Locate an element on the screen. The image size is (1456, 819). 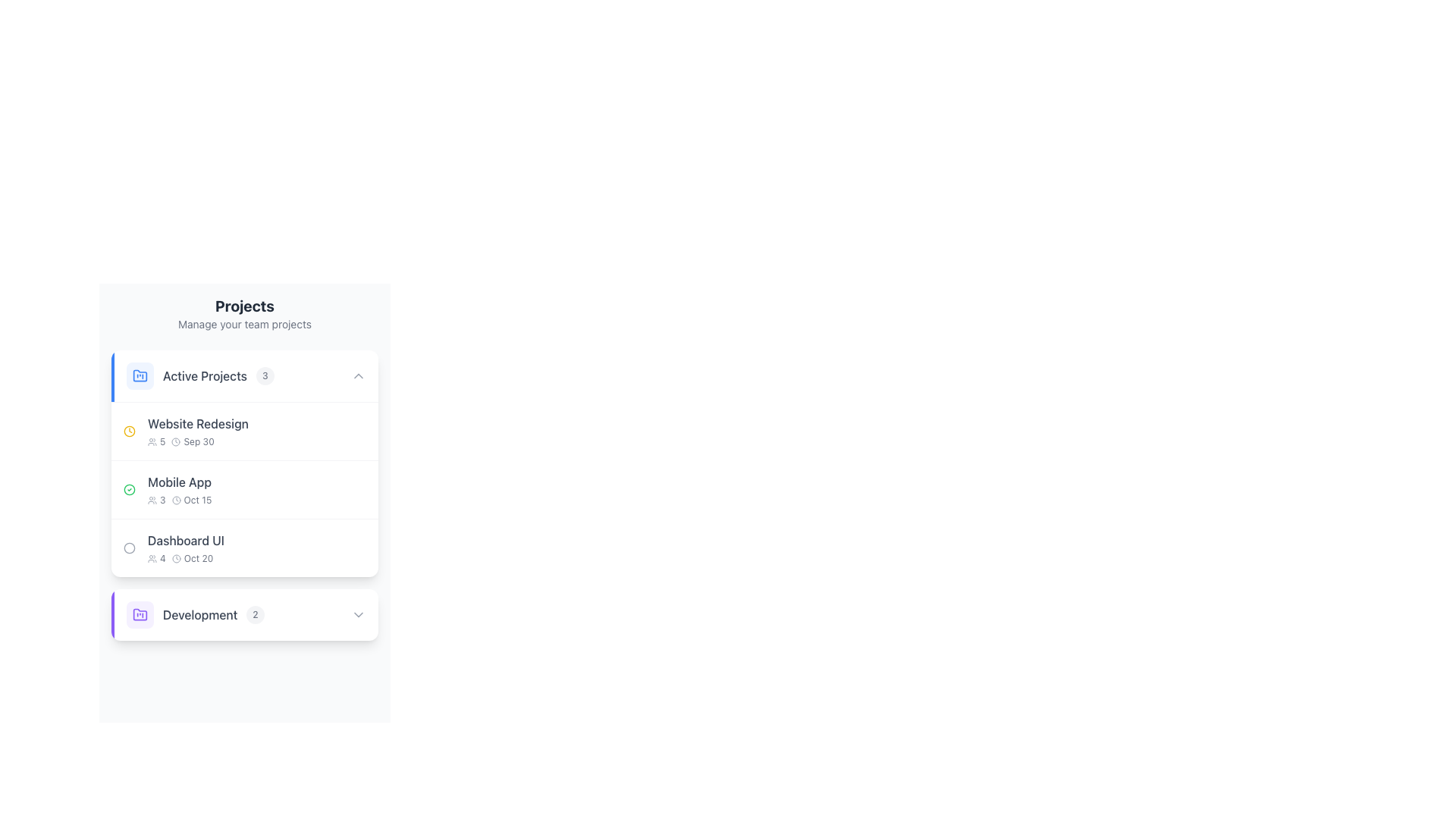
on the Text Display element representing the project titled 'Mobile App', which is the second item in the vertical list under 'Active Projects' is located at coordinates (180, 489).